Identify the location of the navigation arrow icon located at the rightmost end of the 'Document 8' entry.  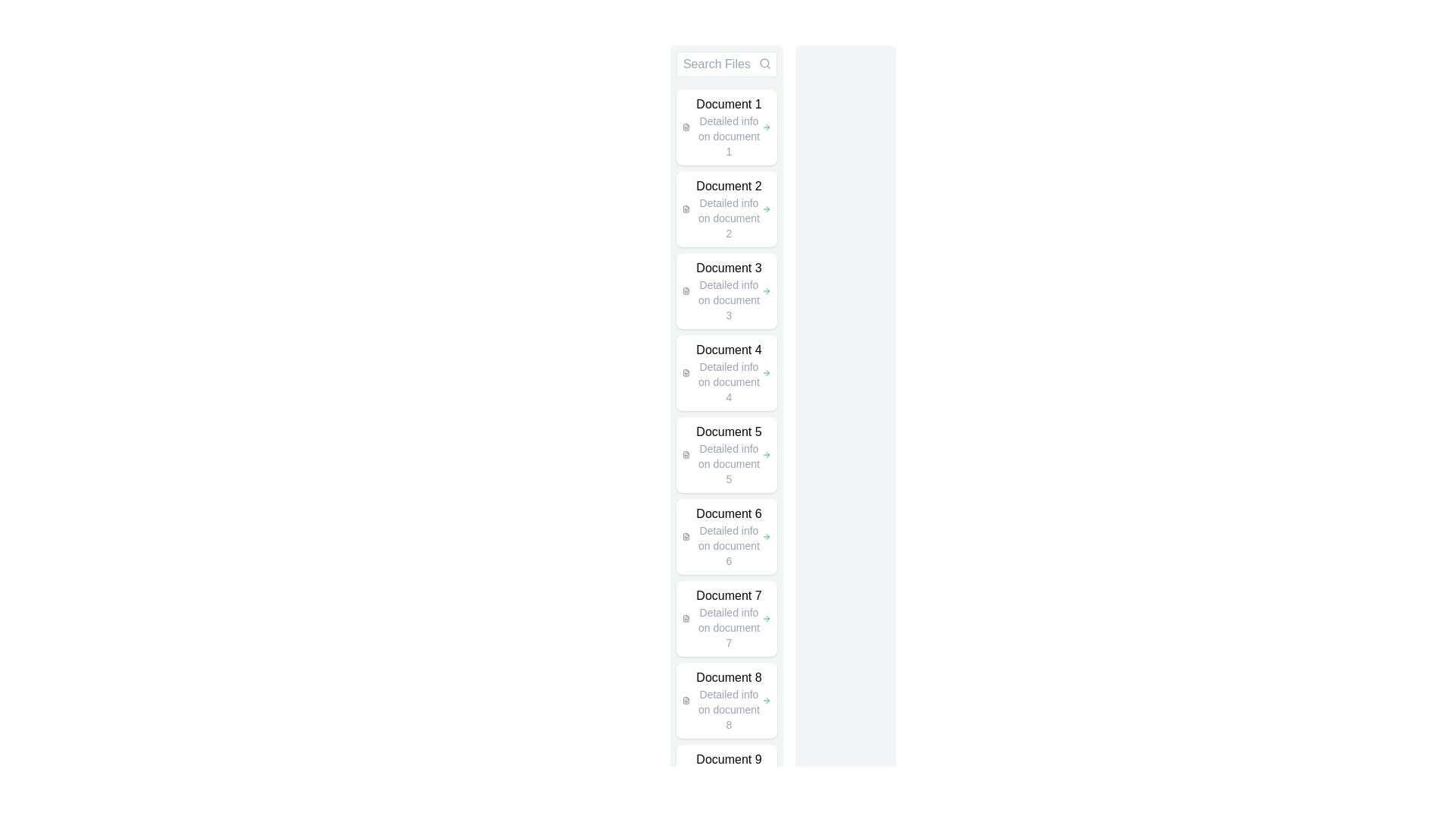
(767, 701).